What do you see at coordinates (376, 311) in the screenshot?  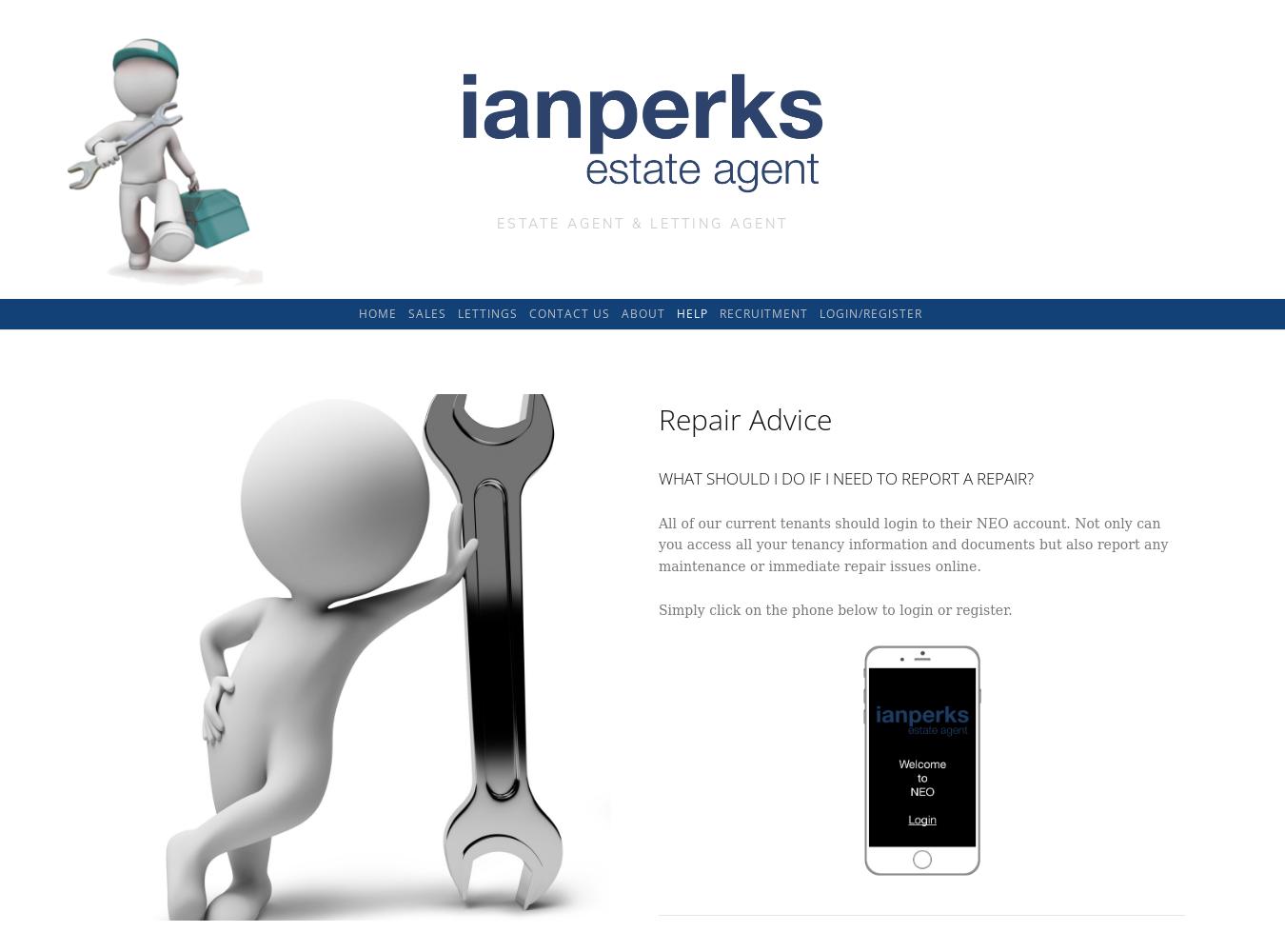 I see `'Home'` at bounding box center [376, 311].